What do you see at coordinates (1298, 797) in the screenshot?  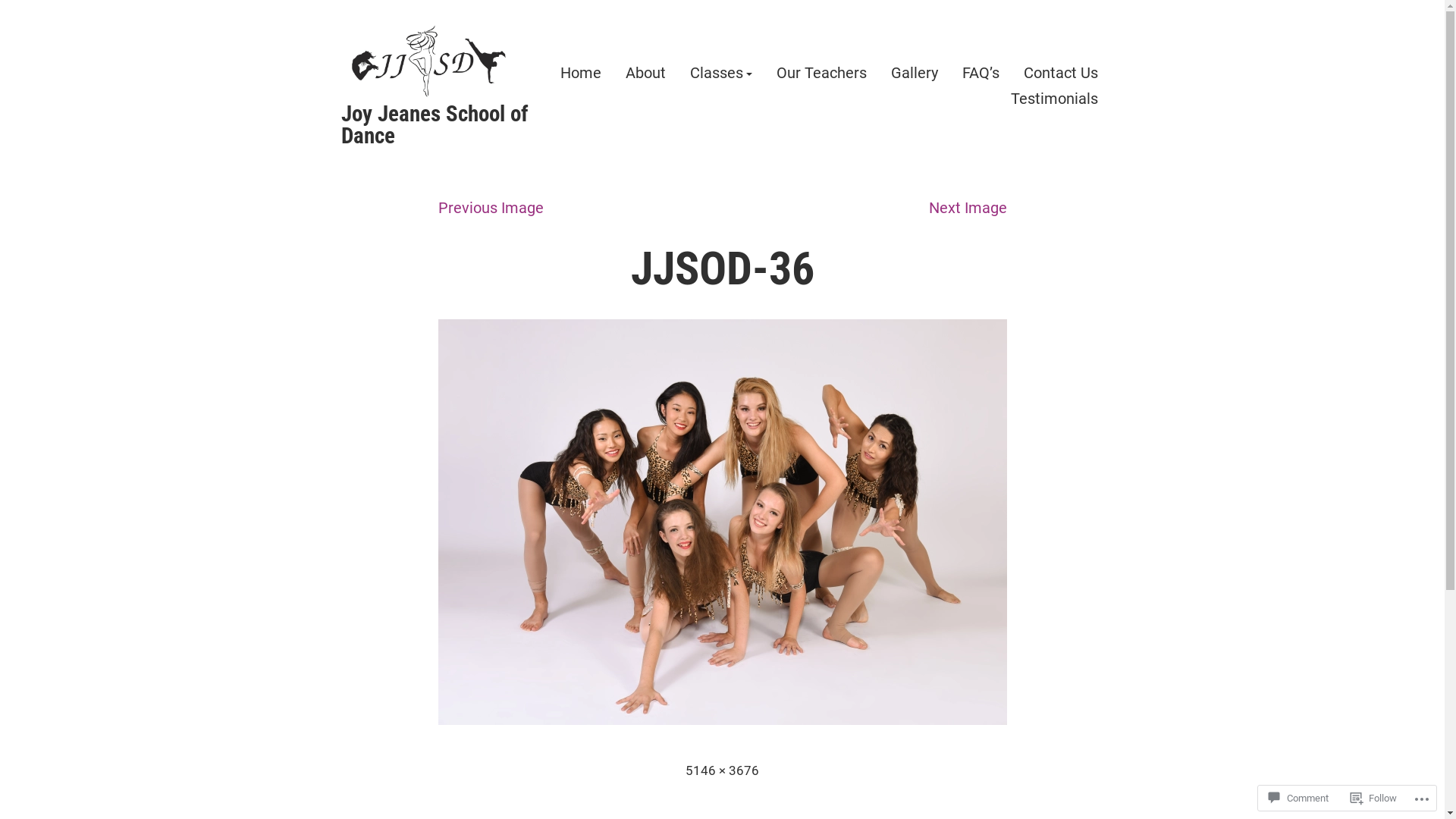 I see `'Comment'` at bounding box center [1298, 797].